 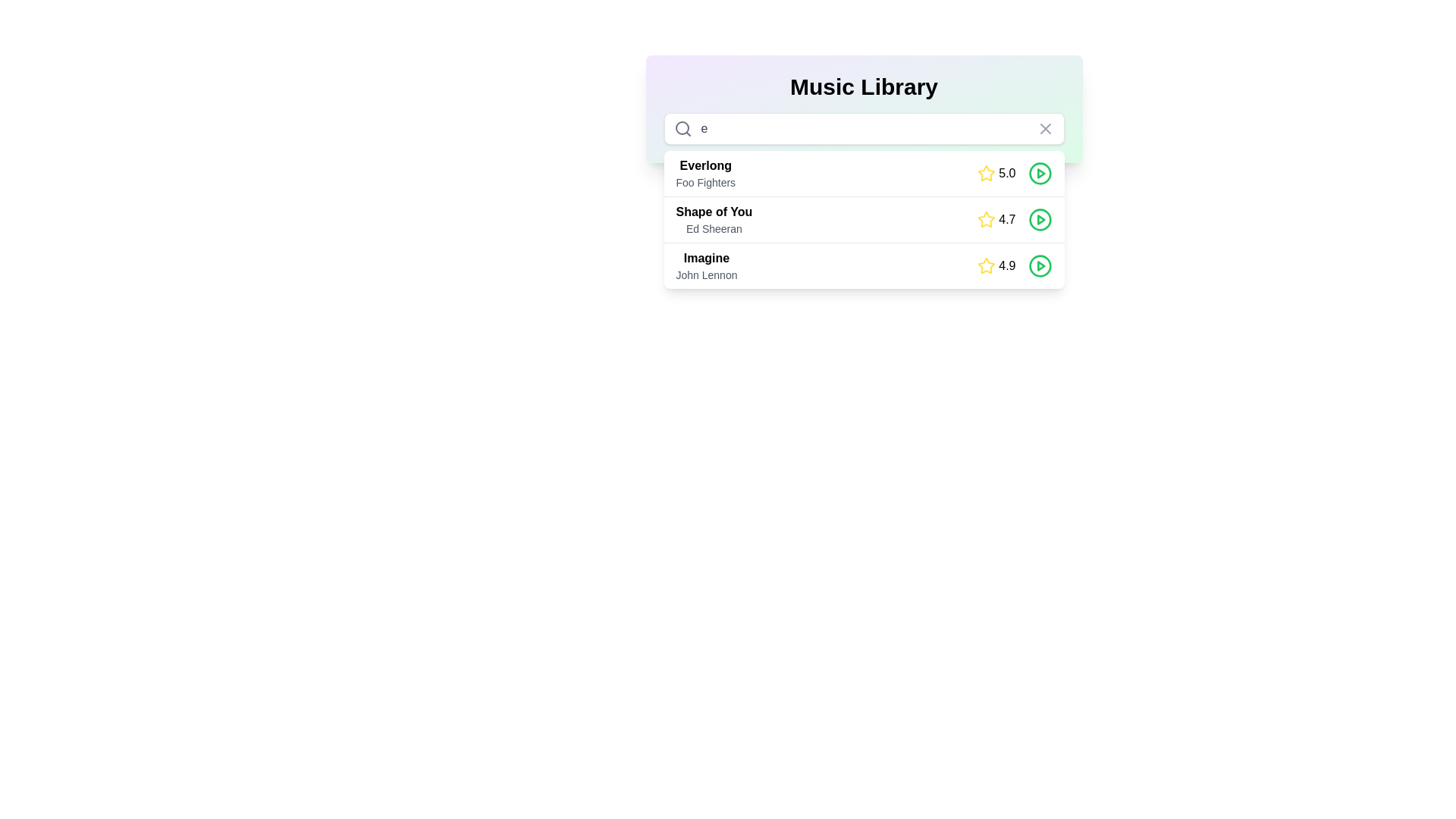 What do you see at coordinates (1039, 265) in the screenshot?
I see `the play button located at the far-right of the row for the song 'Imagine' with a rating of 4.9, aligned to the right of the yellow star rating icon to play the song` at bounding box center [1039, 265].